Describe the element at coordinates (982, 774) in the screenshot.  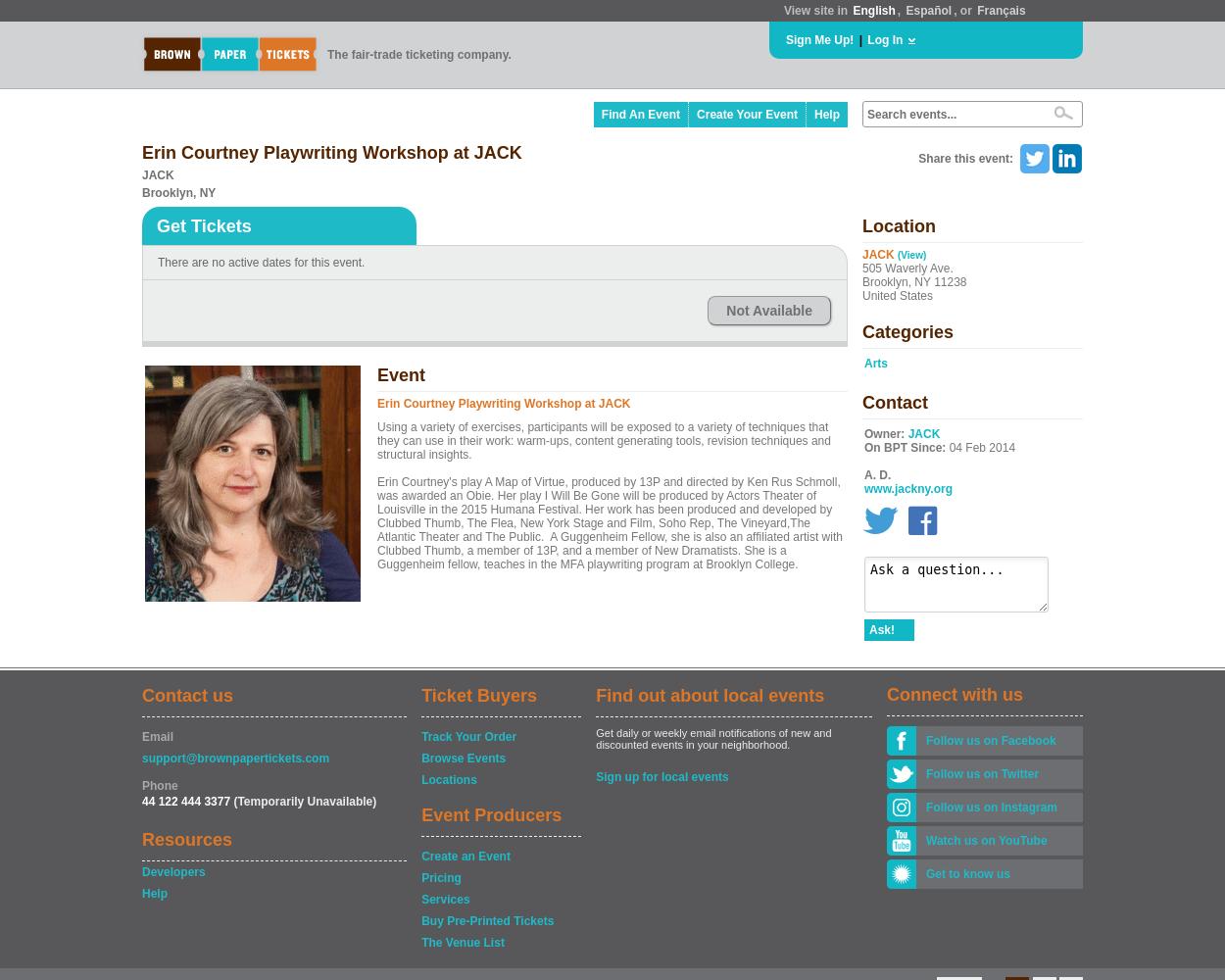
I see `'Follow us on Twitter'` at that location.